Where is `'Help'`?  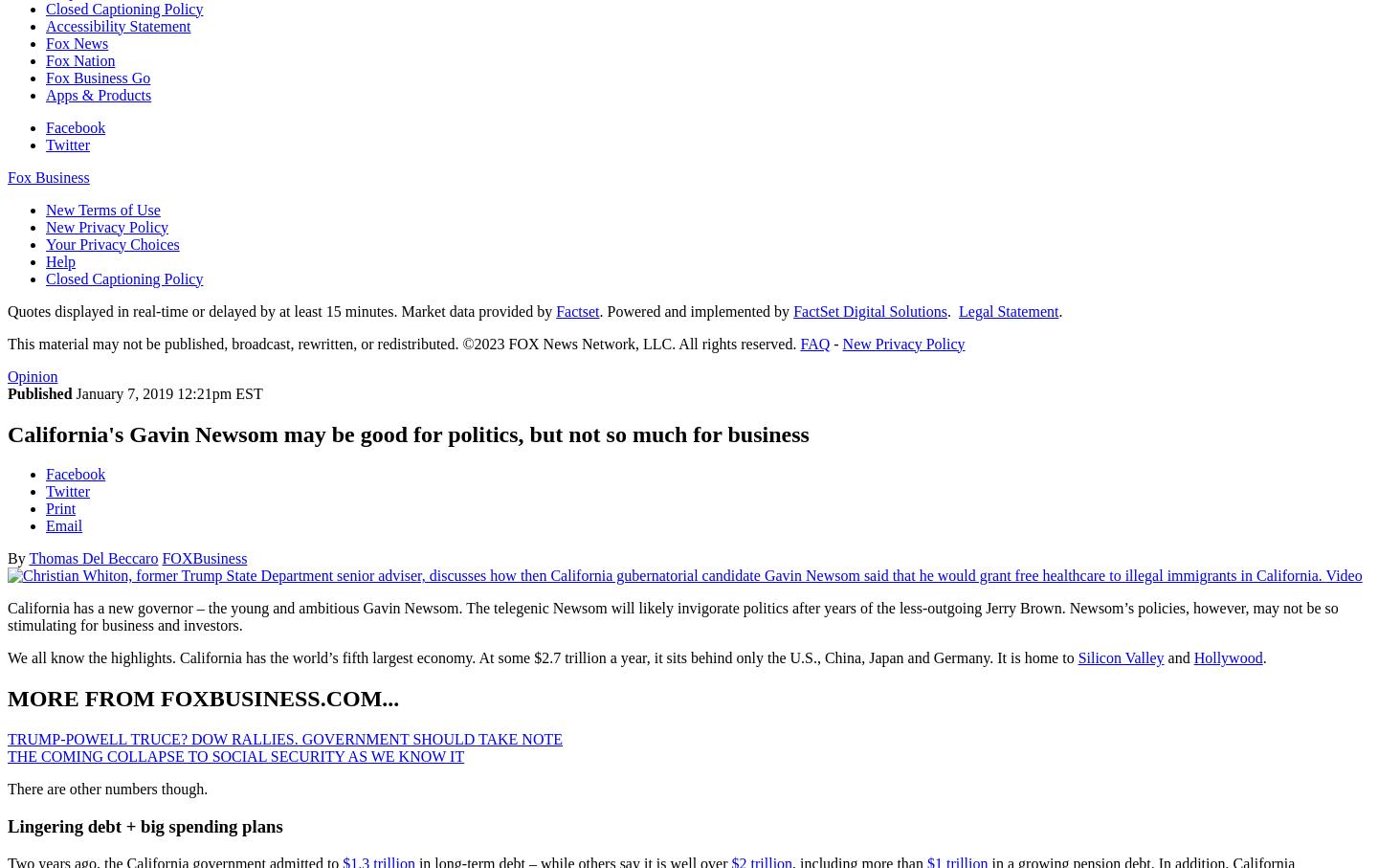
'Help' is located at coordinates (60, 259).